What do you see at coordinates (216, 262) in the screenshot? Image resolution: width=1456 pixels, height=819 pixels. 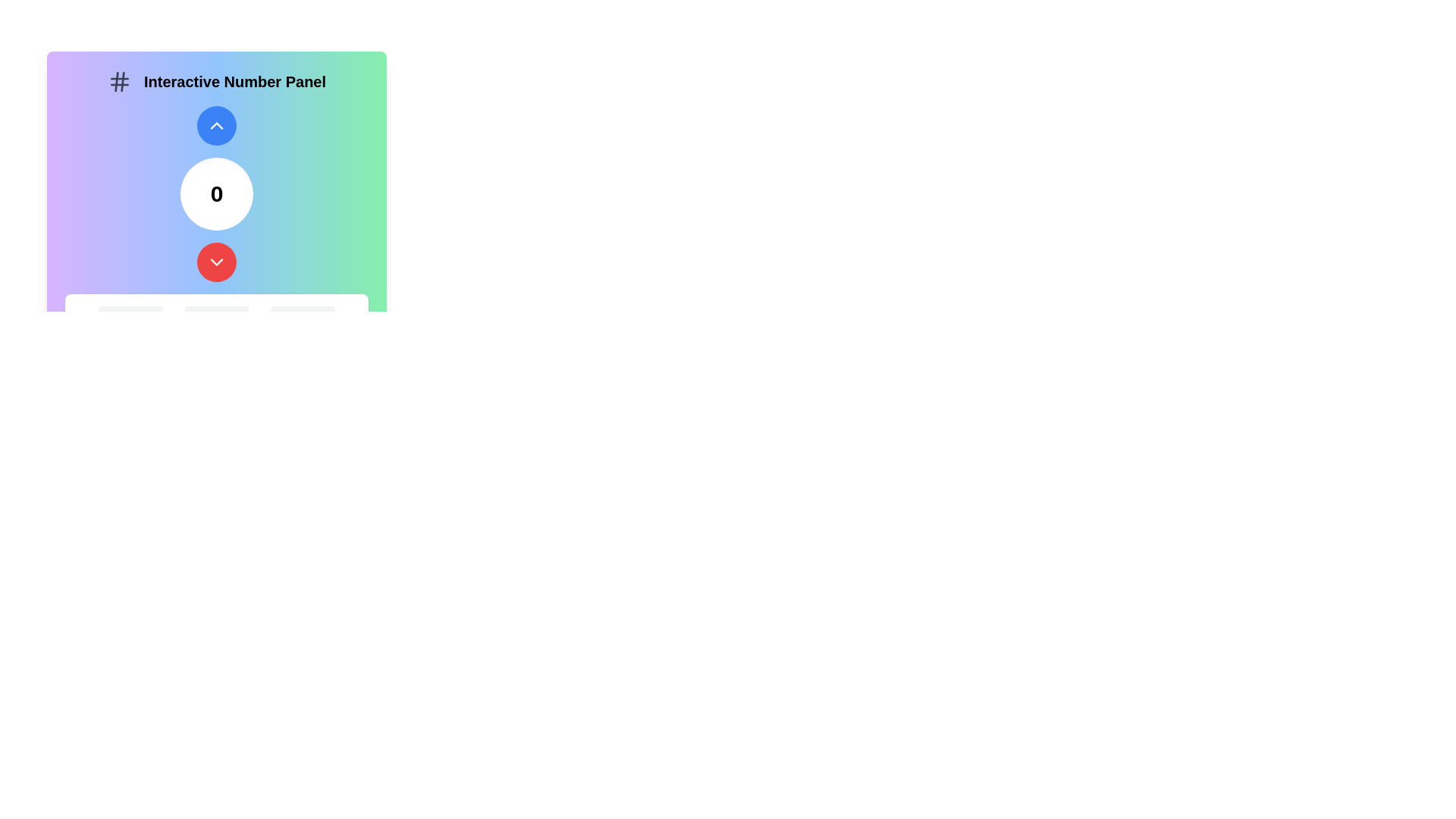 I see `the decrement button located below the large white circle displaying the number '0' to decrease the numeric value` at bounding box center [216, 262].